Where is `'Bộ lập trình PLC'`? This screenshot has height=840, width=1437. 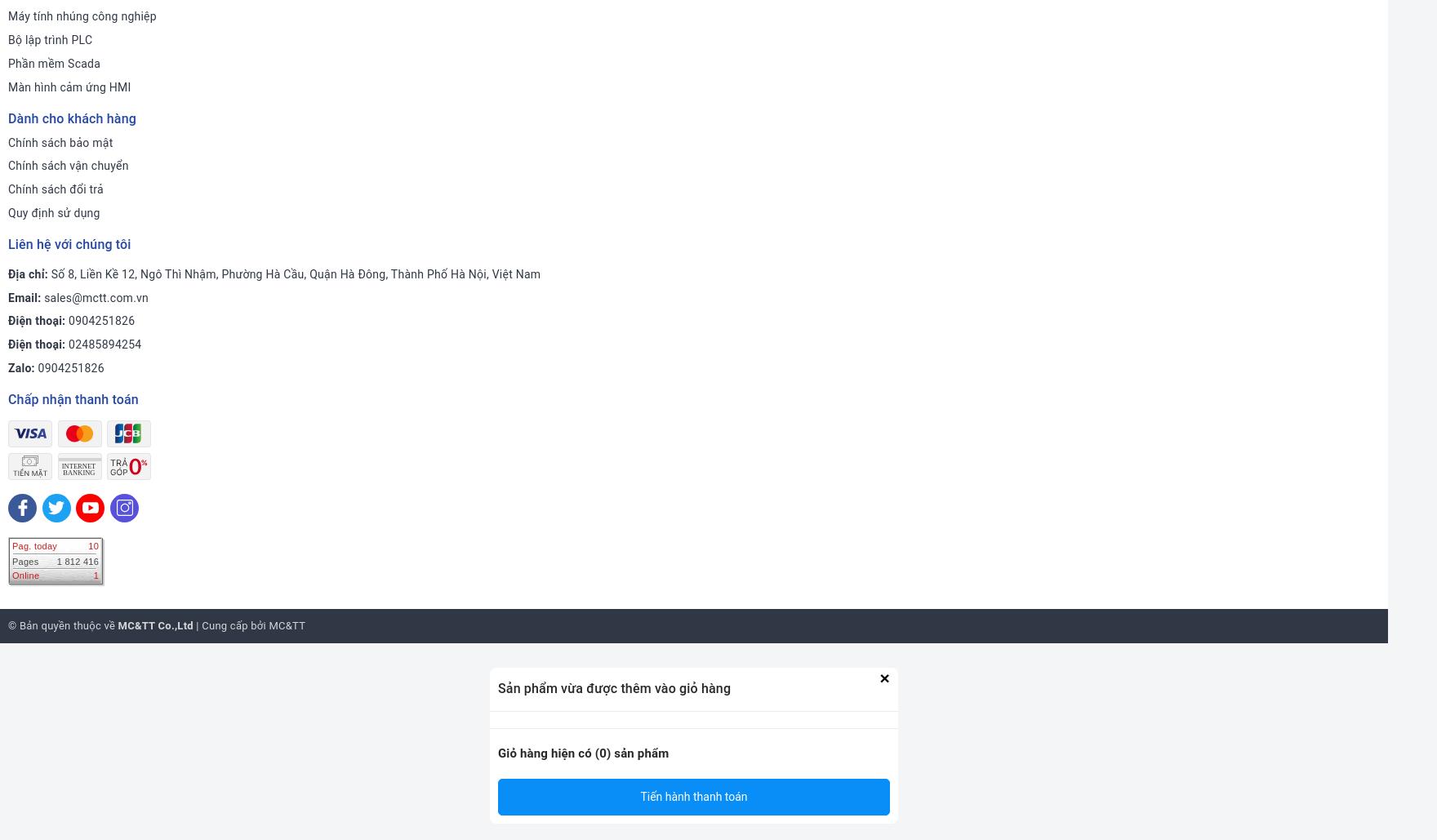
'Bộ lập trình PLC' is located at coordinates (50, 39).